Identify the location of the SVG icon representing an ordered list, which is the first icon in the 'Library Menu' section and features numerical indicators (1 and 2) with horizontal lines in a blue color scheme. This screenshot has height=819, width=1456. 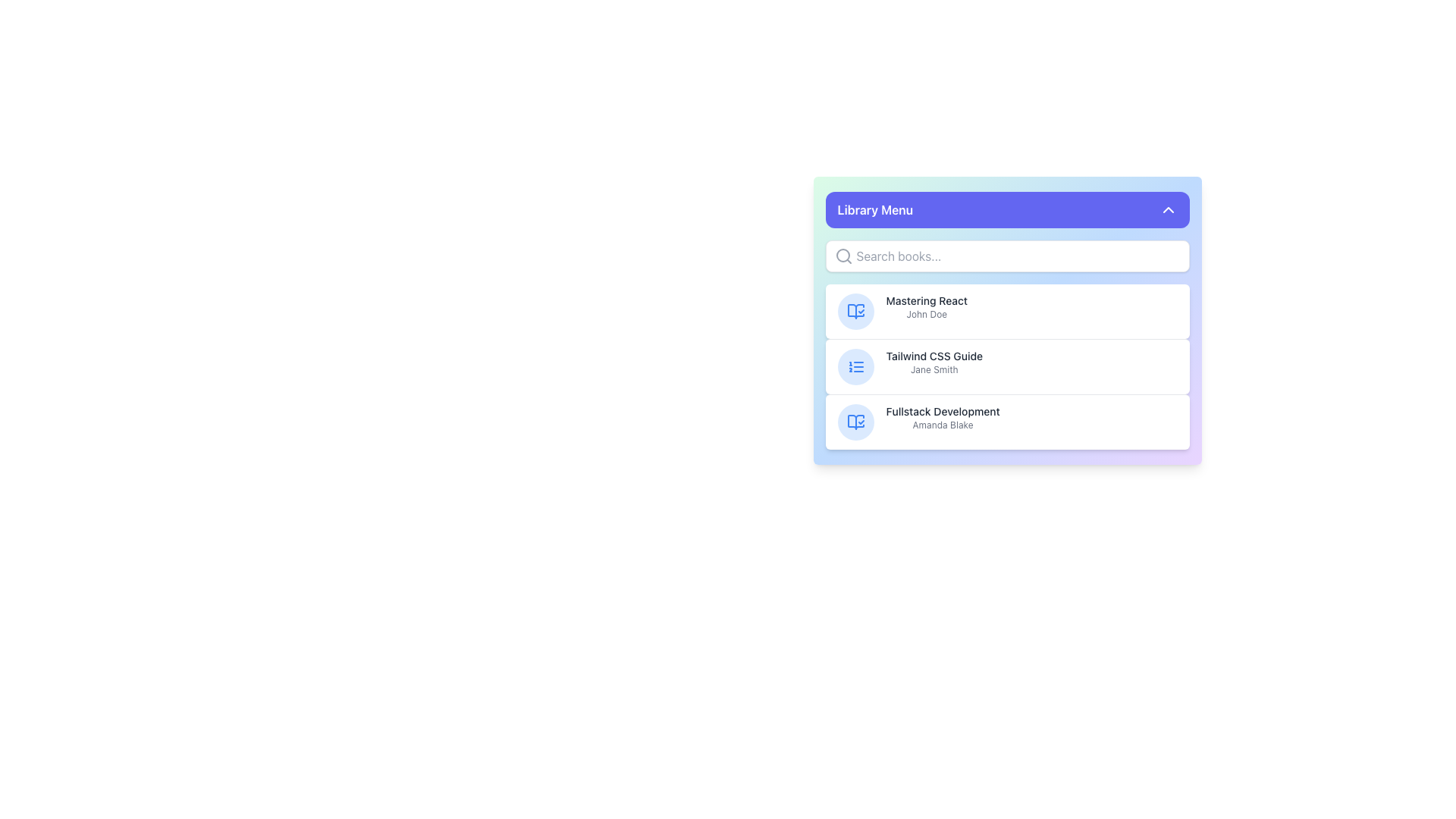
(855, 366).